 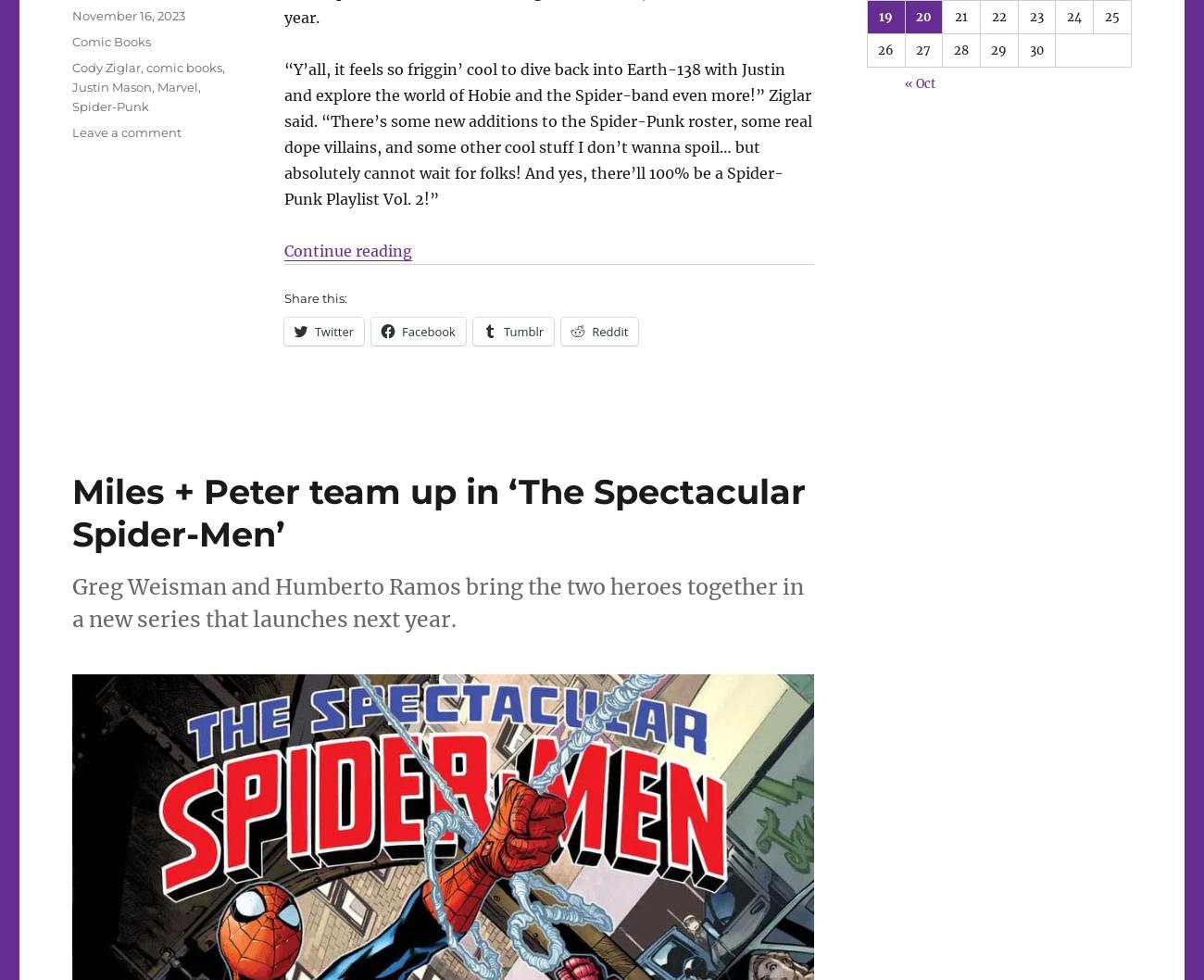 What do you see at coordinates (546, 133) in the screenshot?
I see `'“Y’all, it feels so friggin’ cool to dive back into Earth-138 with Justin and explore the world of Hobie and the Spider-band even more!” Ziglar said. “There’s some new additions to the Spider-Punk roster, some real dope villains, and some other cool stuff I don’t wanna spoil… but absolutely cannot wait for folks! And yes, there’ll 100% be a Spider-Punk Playlist Vol. 2!”'` at bounding box center [546, 133].